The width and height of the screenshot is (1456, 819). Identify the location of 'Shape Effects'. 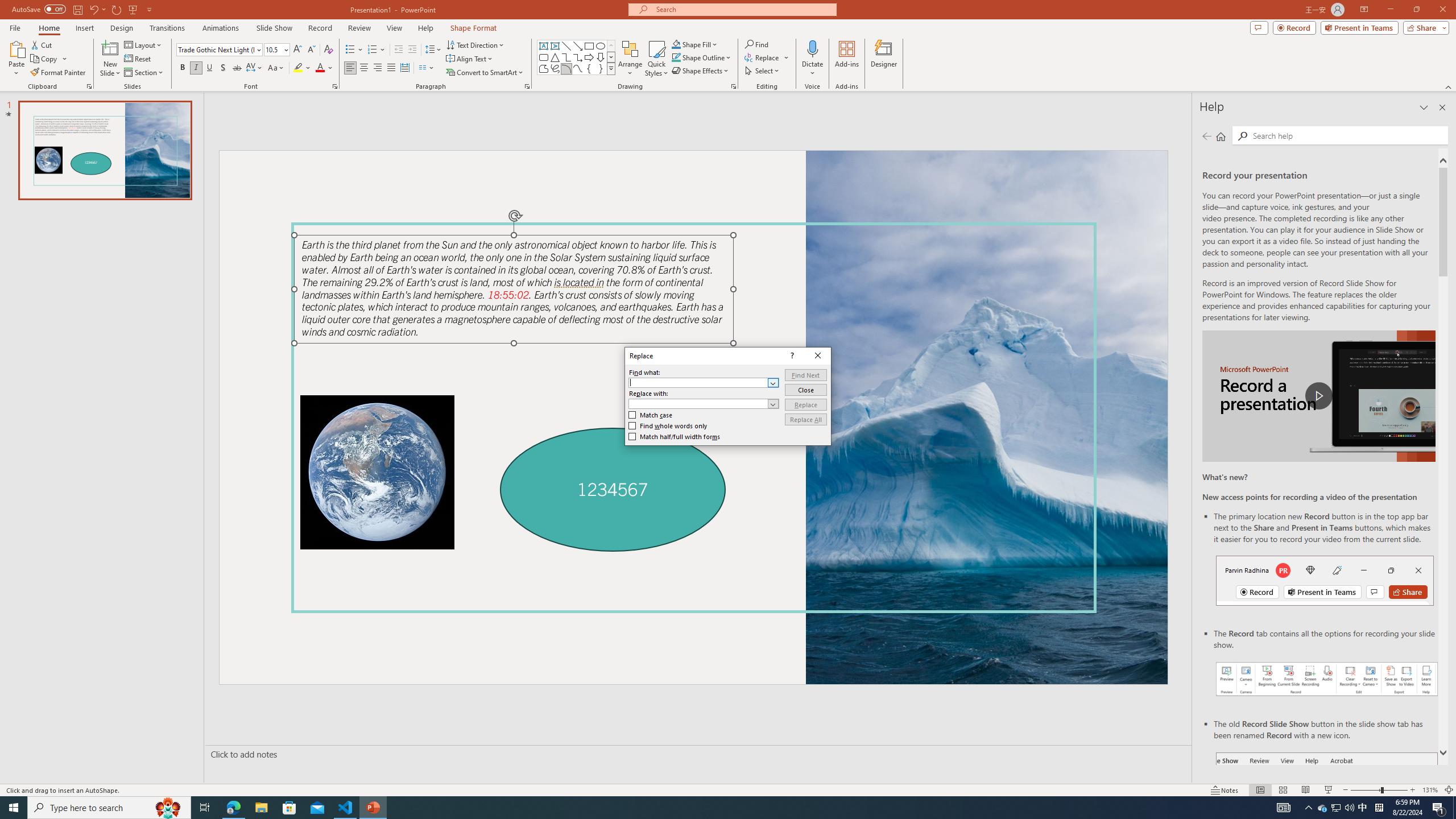
(700, 69).